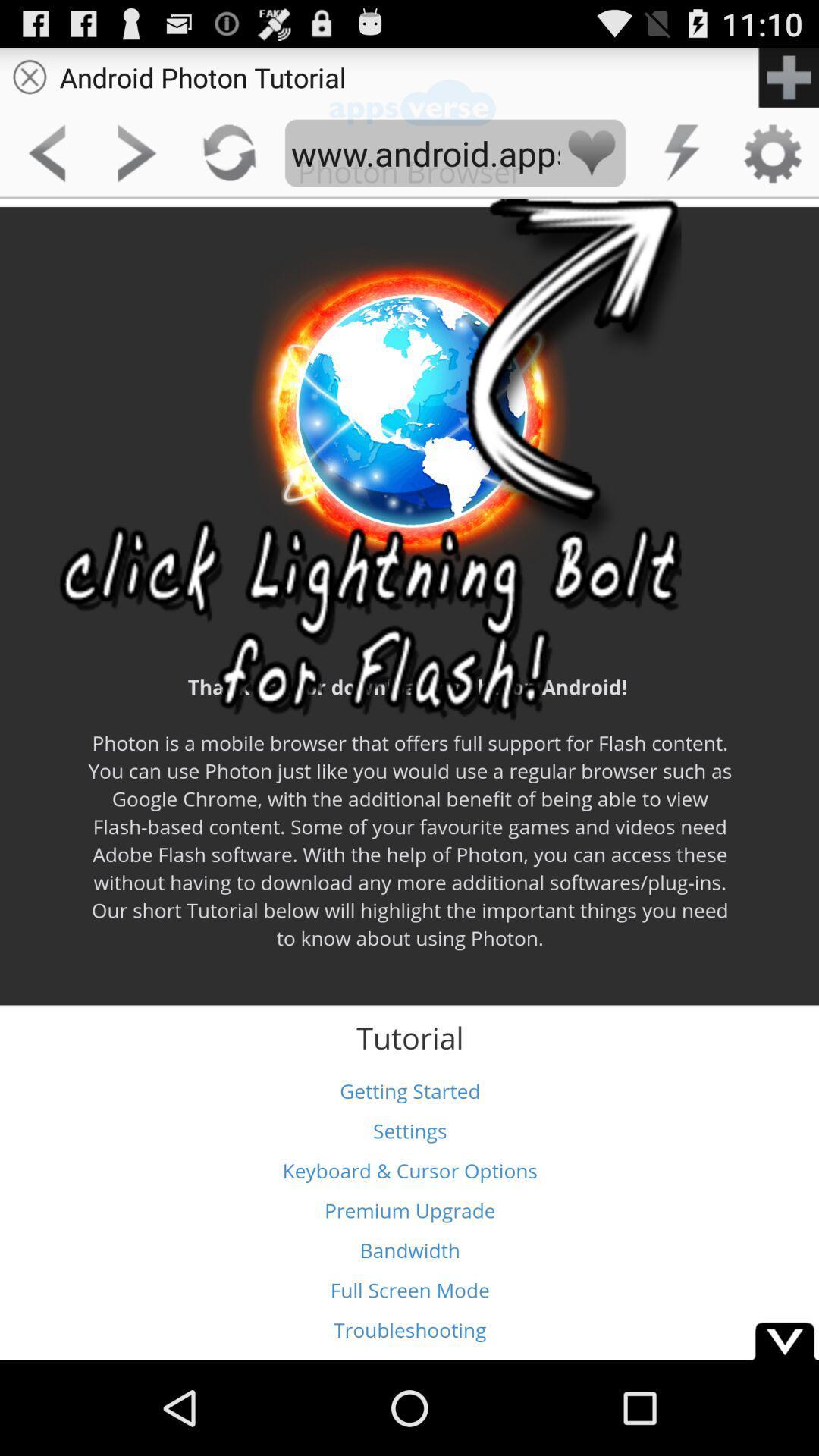  I want to click on the expand_more icon, so click(785, 1426).